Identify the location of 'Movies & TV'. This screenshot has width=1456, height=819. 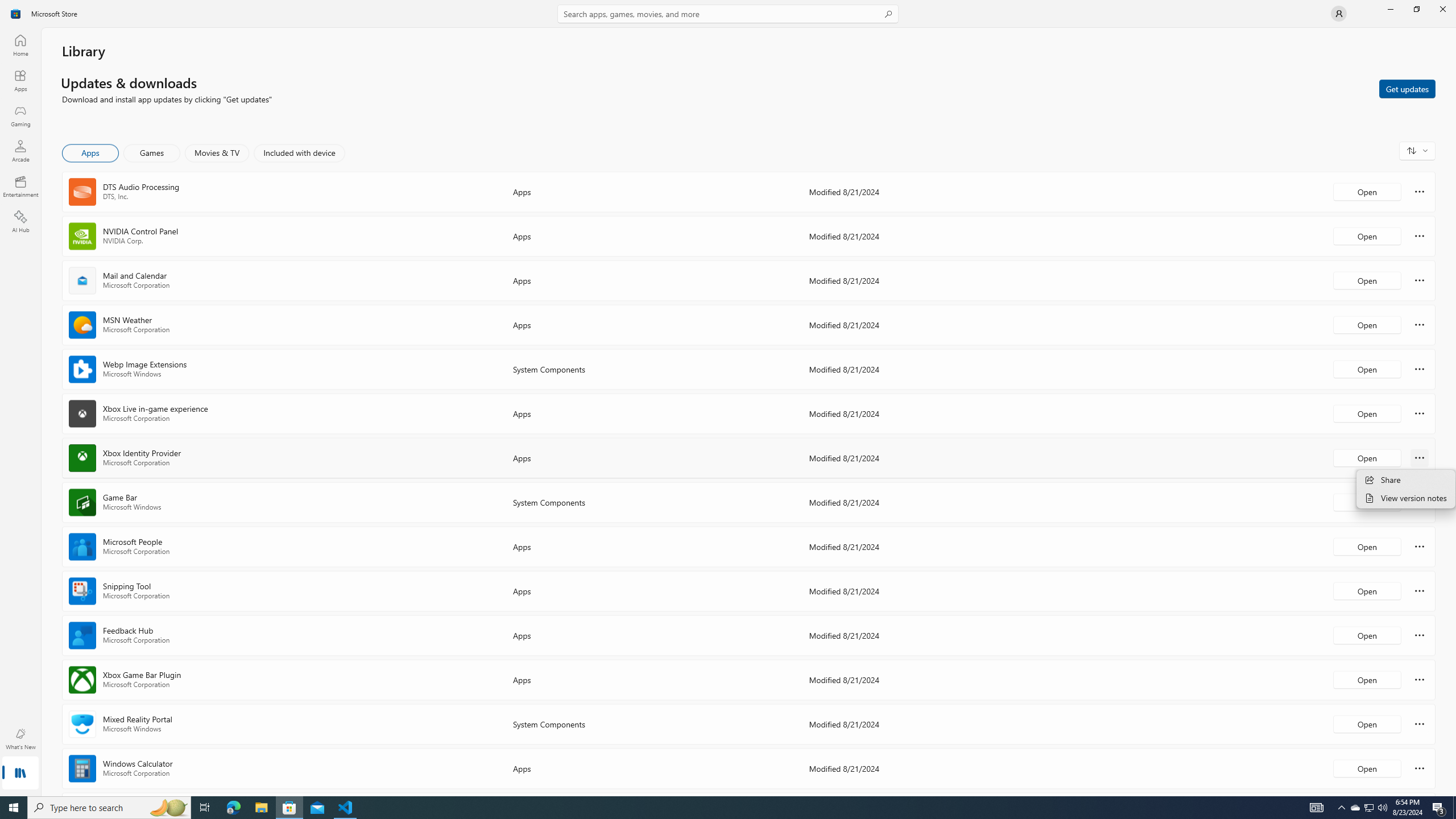
(216, 152).